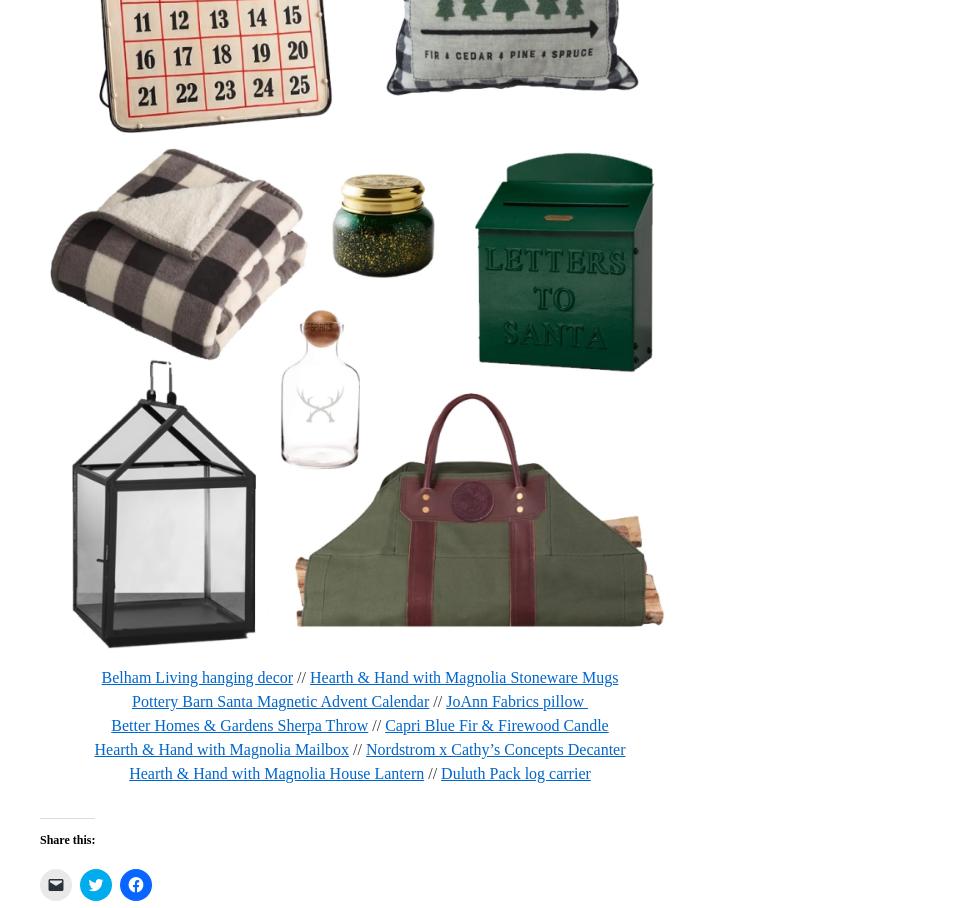  What do you see at coordinates (128, 771) in the screenshot?
I see `'Hearth & Hand with Magnolia House Lantern'` at bounding box center [128, 771].